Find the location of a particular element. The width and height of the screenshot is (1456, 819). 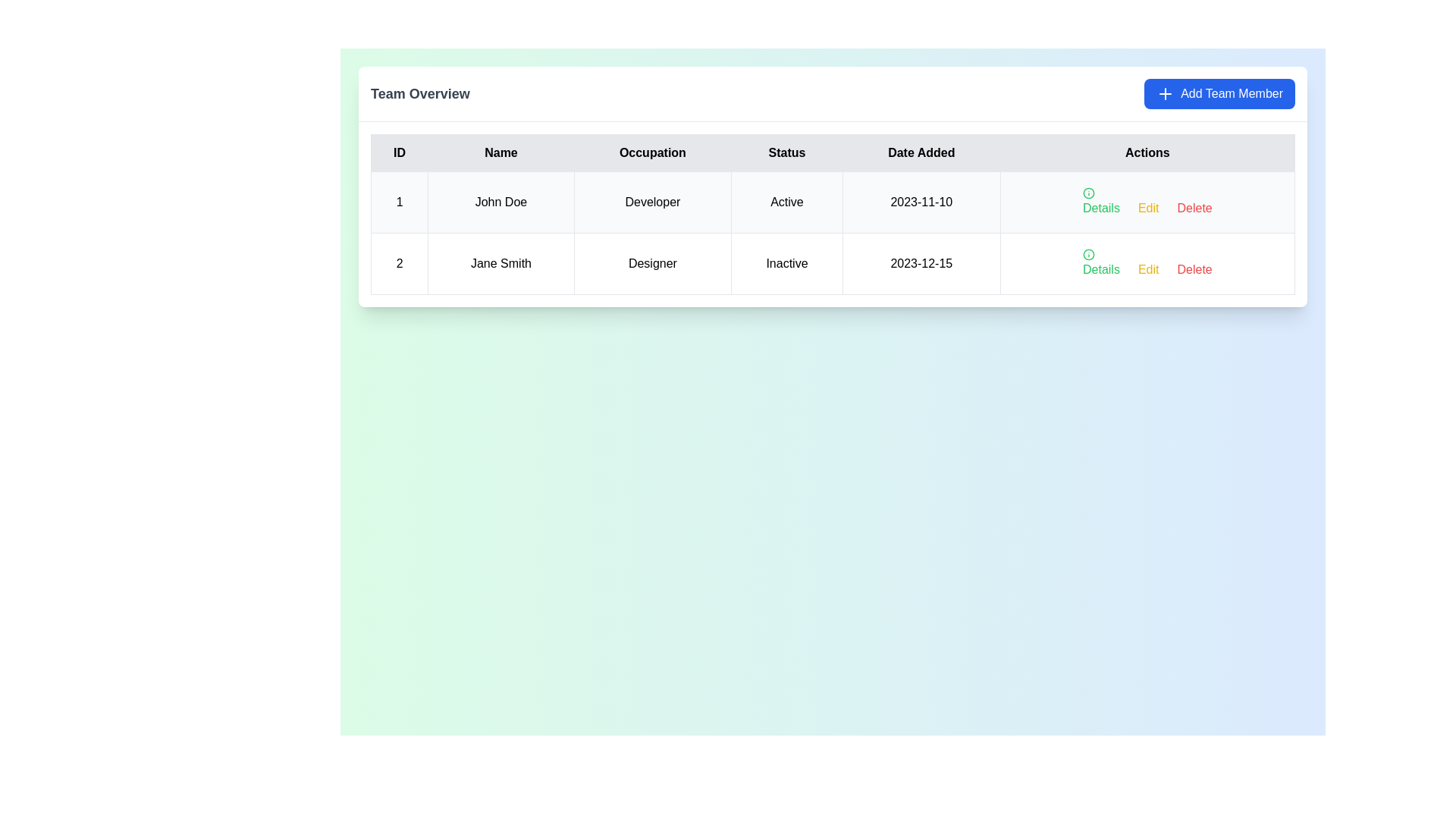

the 'Active' label located in the fourth column of the first row of the table, under the 'Status' header is located at coordinates (786, 201).